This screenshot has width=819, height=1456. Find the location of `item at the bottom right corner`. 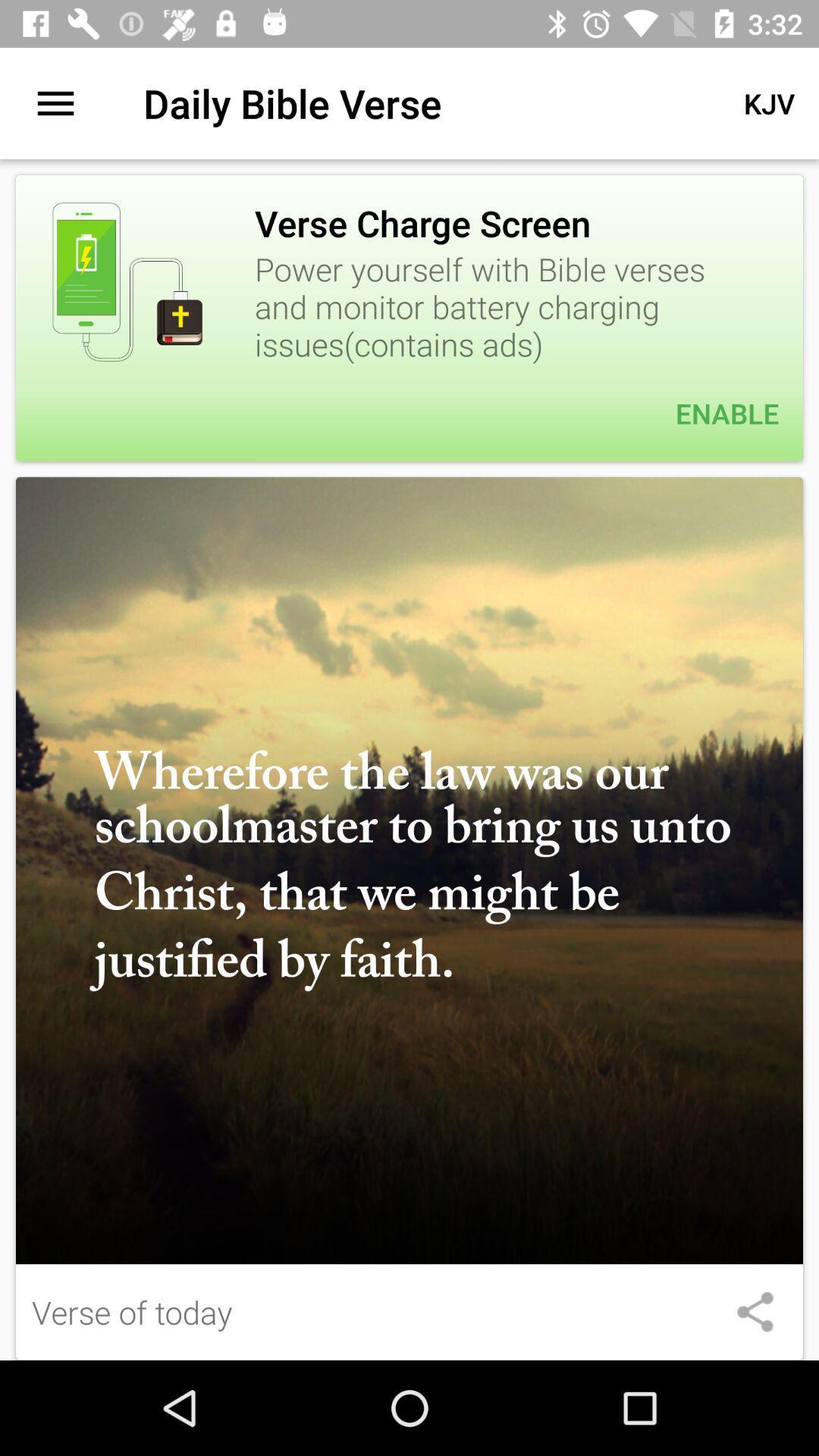

item at the bottom right corner is located at coordinates (755, 1311).